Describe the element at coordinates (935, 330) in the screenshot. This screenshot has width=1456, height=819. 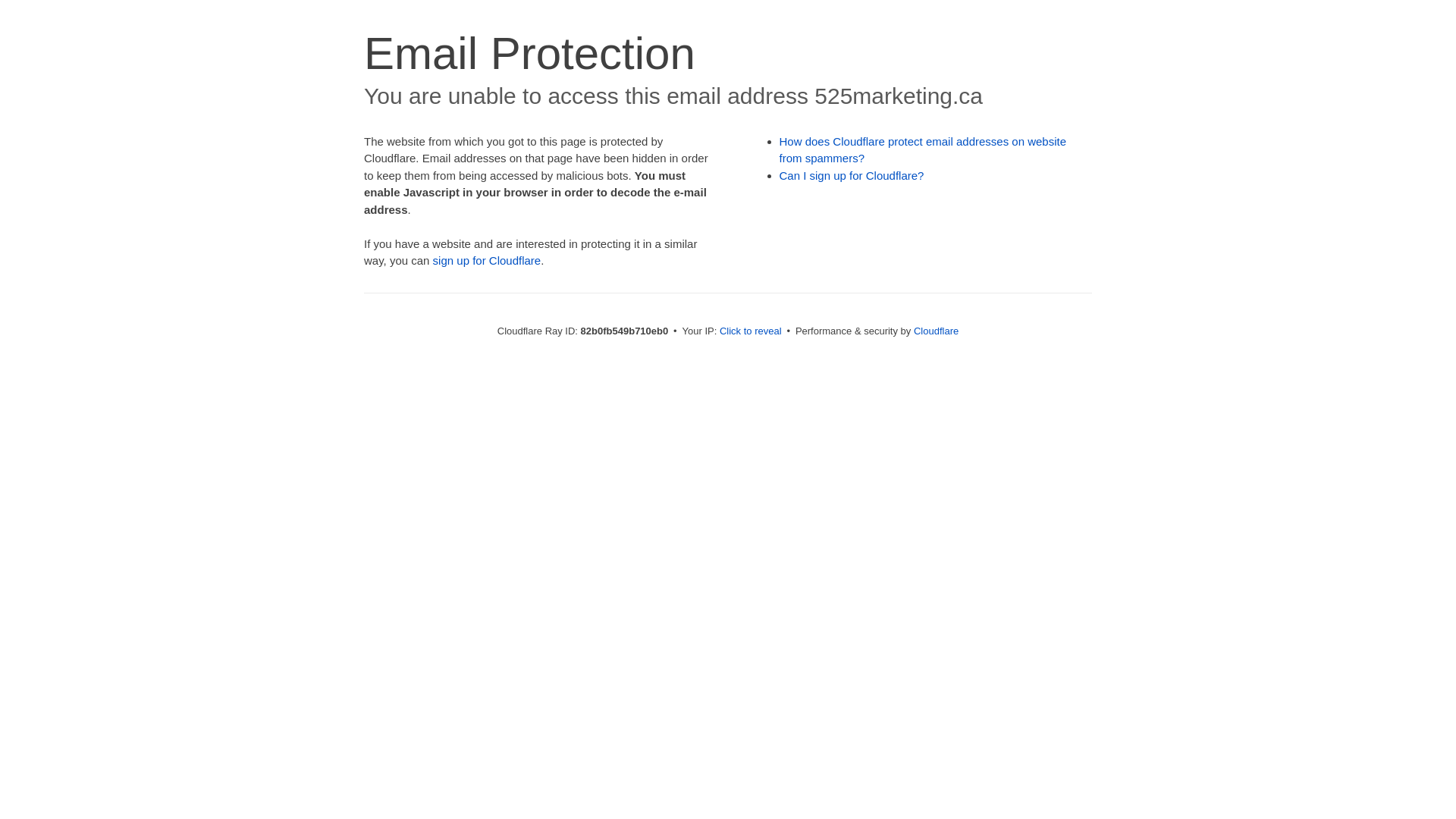
I see `'Cloudflare'` at that location.